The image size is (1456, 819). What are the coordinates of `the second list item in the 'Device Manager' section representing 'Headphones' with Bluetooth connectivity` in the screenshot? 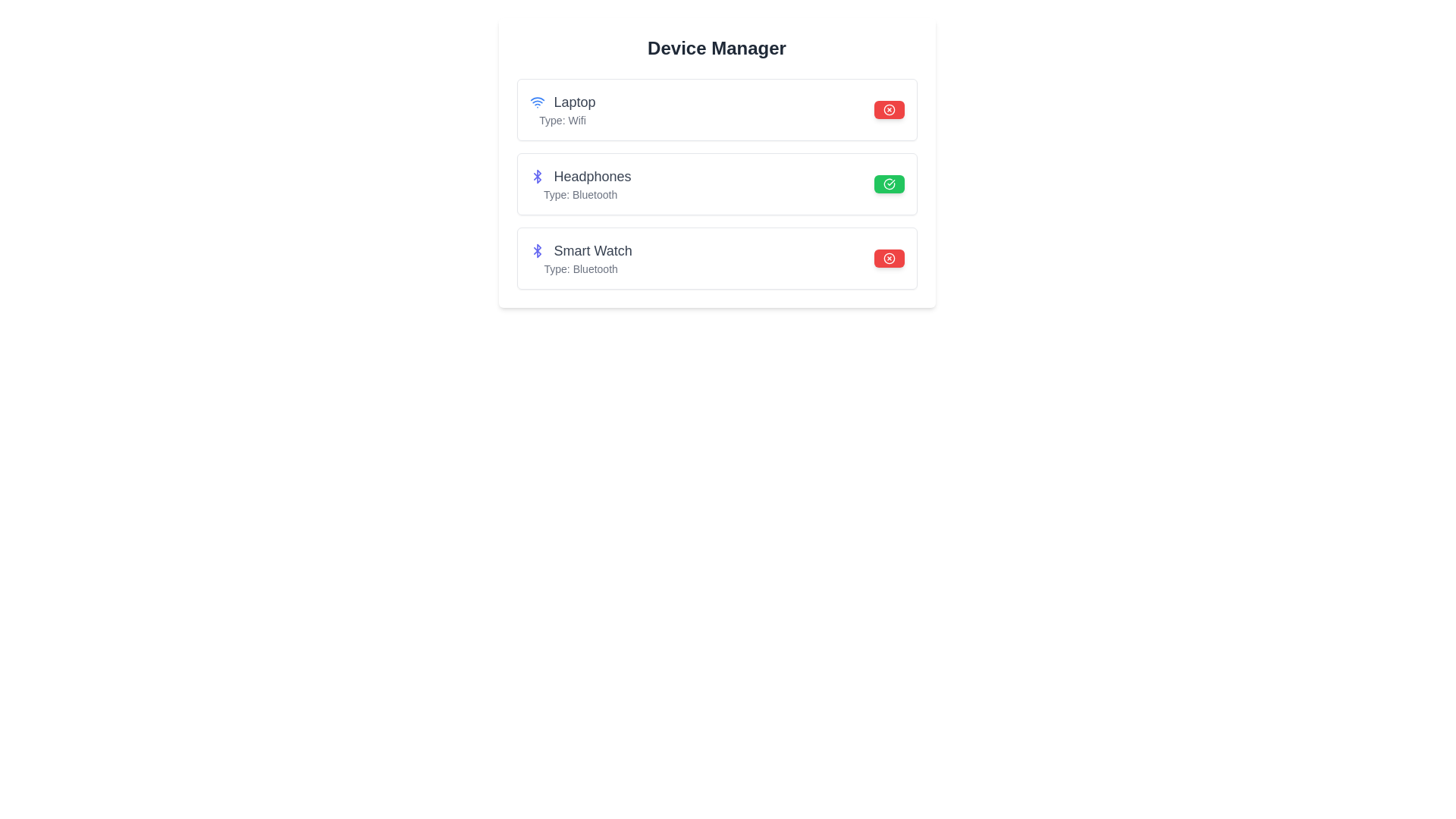 It's located at (716, 184).